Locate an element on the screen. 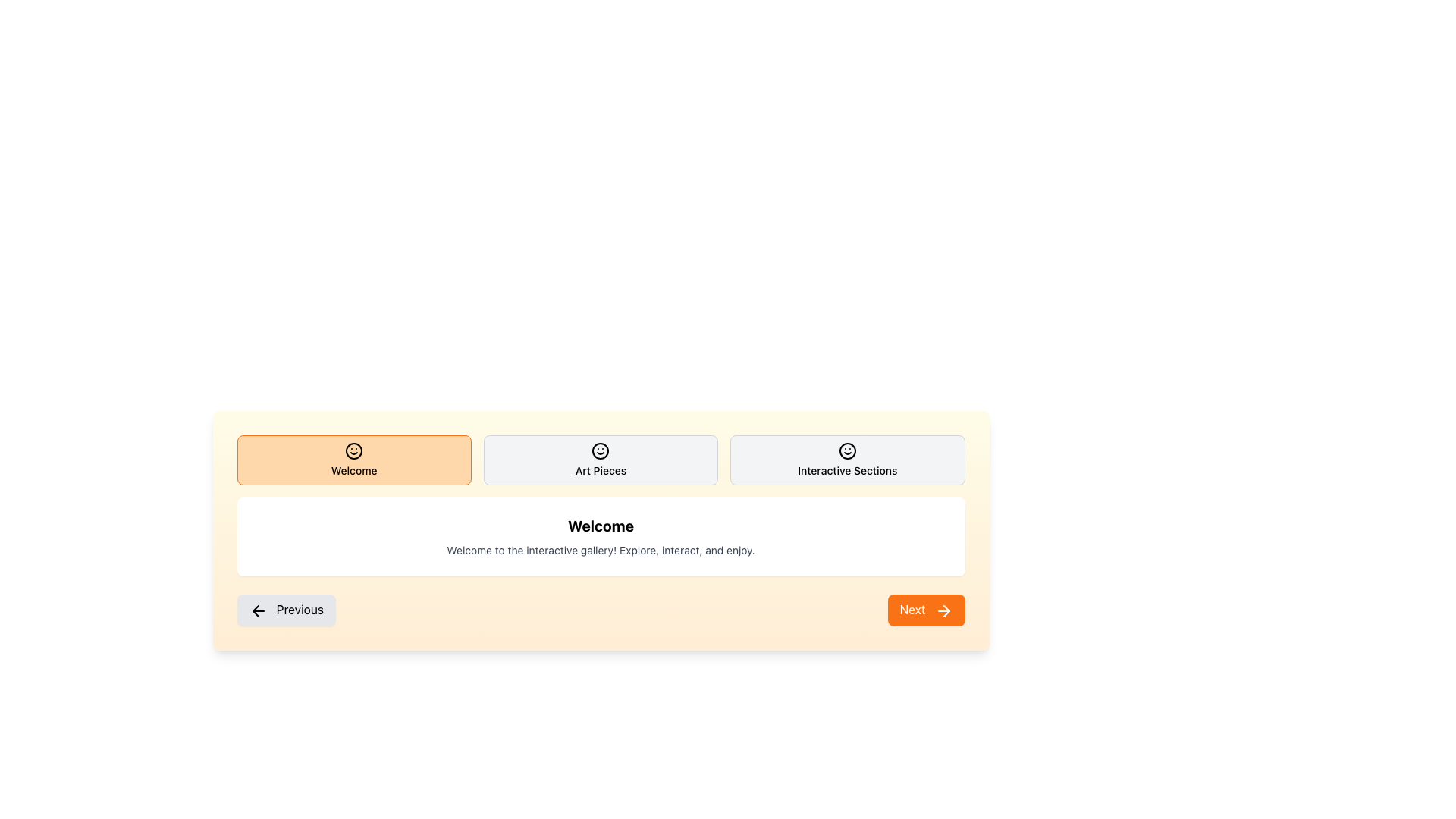  the leftward arrow icon inside the button labeled 'Previous', which is located at the bottom-left corner of the section is located at coordinates (258, 610).